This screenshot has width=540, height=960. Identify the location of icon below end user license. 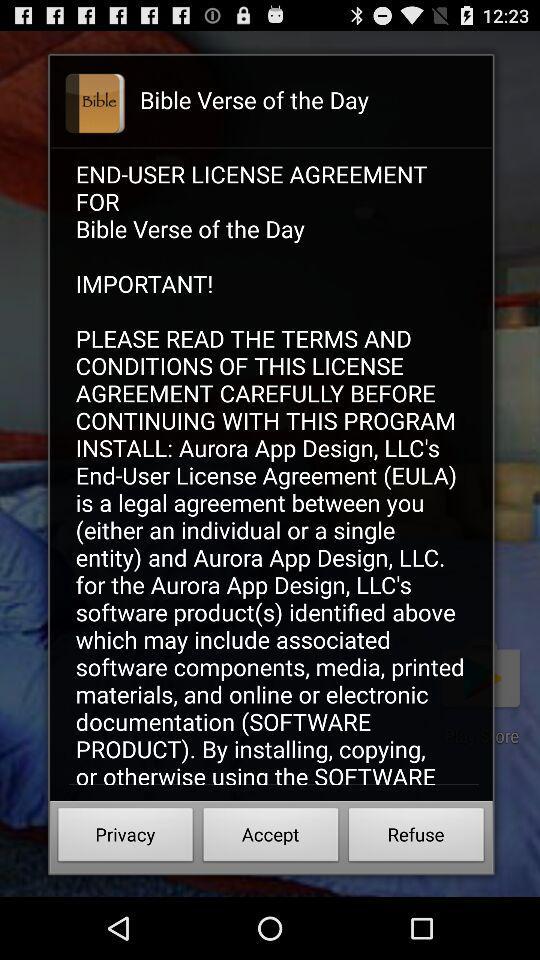
(415, 837).